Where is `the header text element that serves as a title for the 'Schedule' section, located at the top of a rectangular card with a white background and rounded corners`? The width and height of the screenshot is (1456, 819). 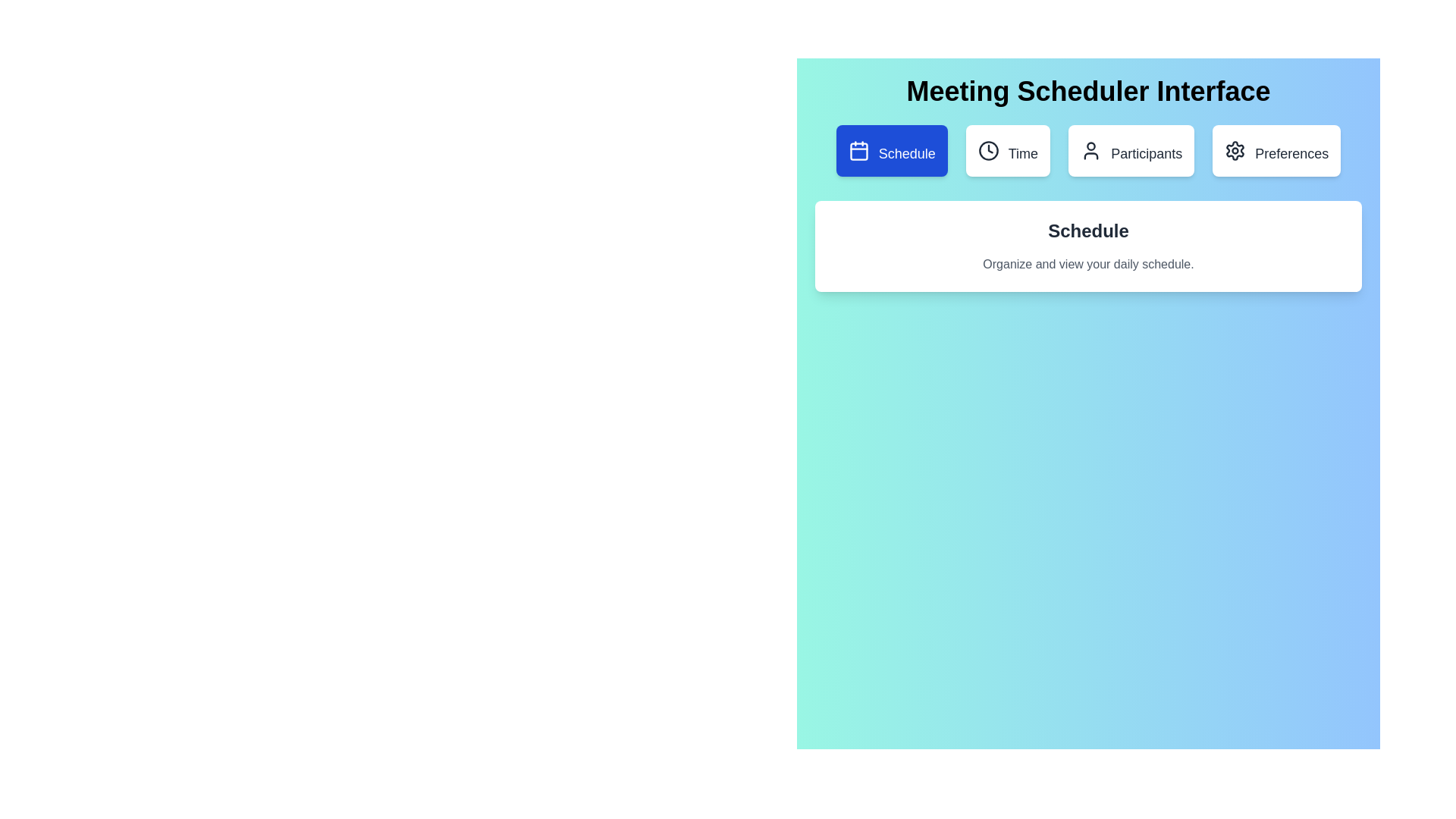 the header text element that serves as a title for the 'Schedule' section, located at the top of a rectangular card with a white background and rounded corners is located at coordinates (1087, 231).